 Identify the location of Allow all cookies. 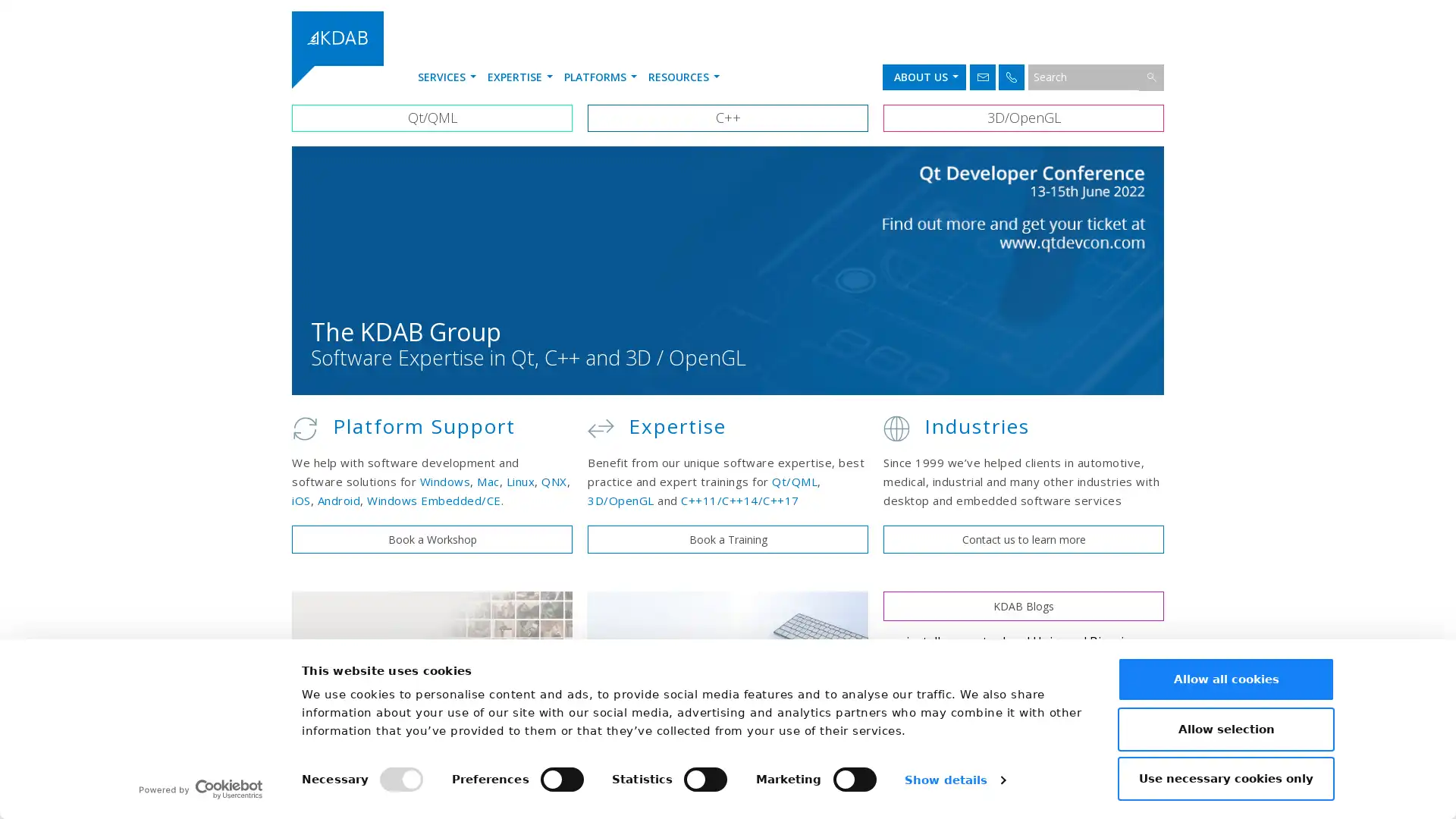
(1226, 678).